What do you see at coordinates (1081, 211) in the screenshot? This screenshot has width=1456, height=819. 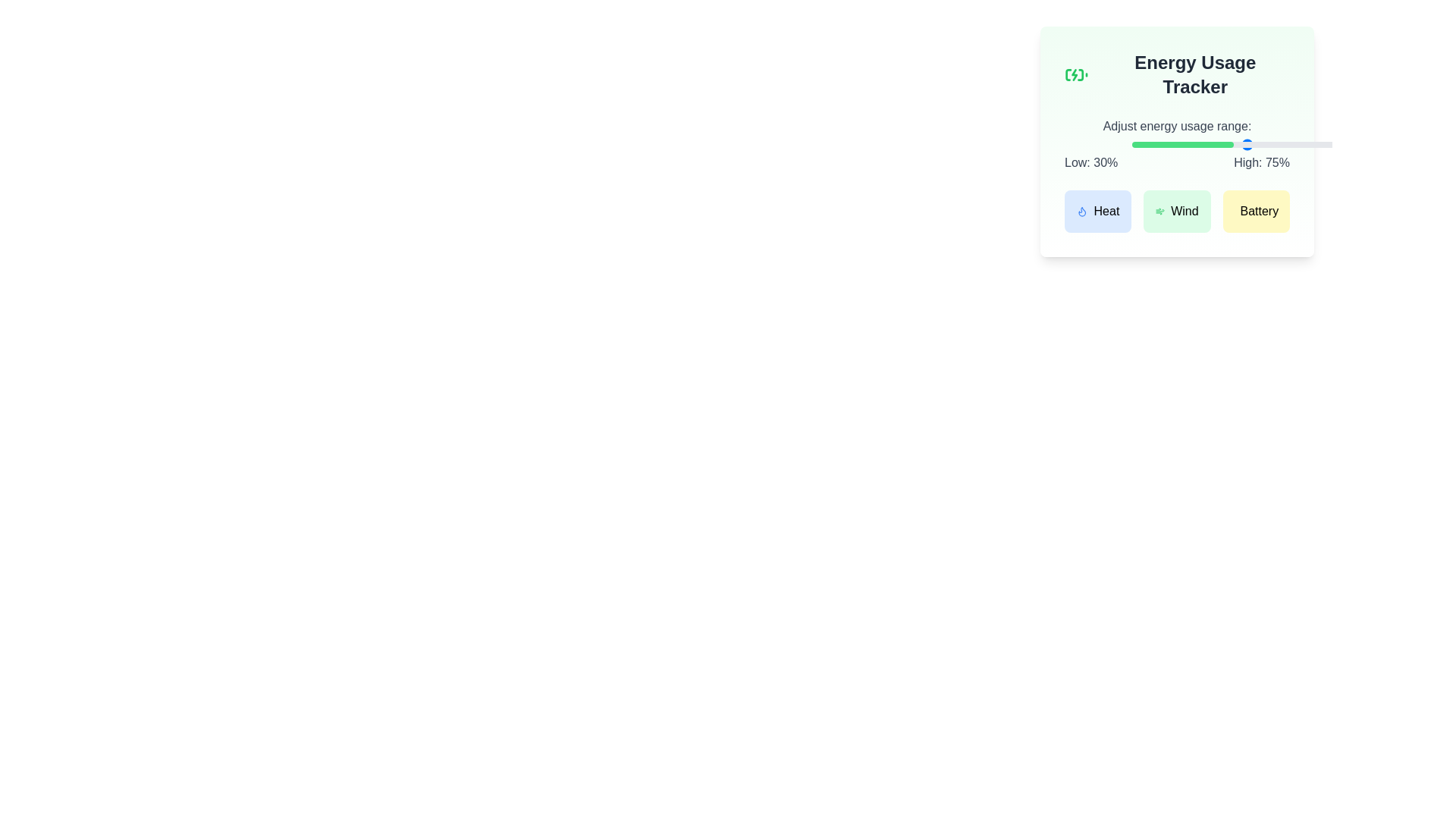 I see `the flame icon button with a light blue background and the text 'Heat'` at bounding box center [1081, 211].